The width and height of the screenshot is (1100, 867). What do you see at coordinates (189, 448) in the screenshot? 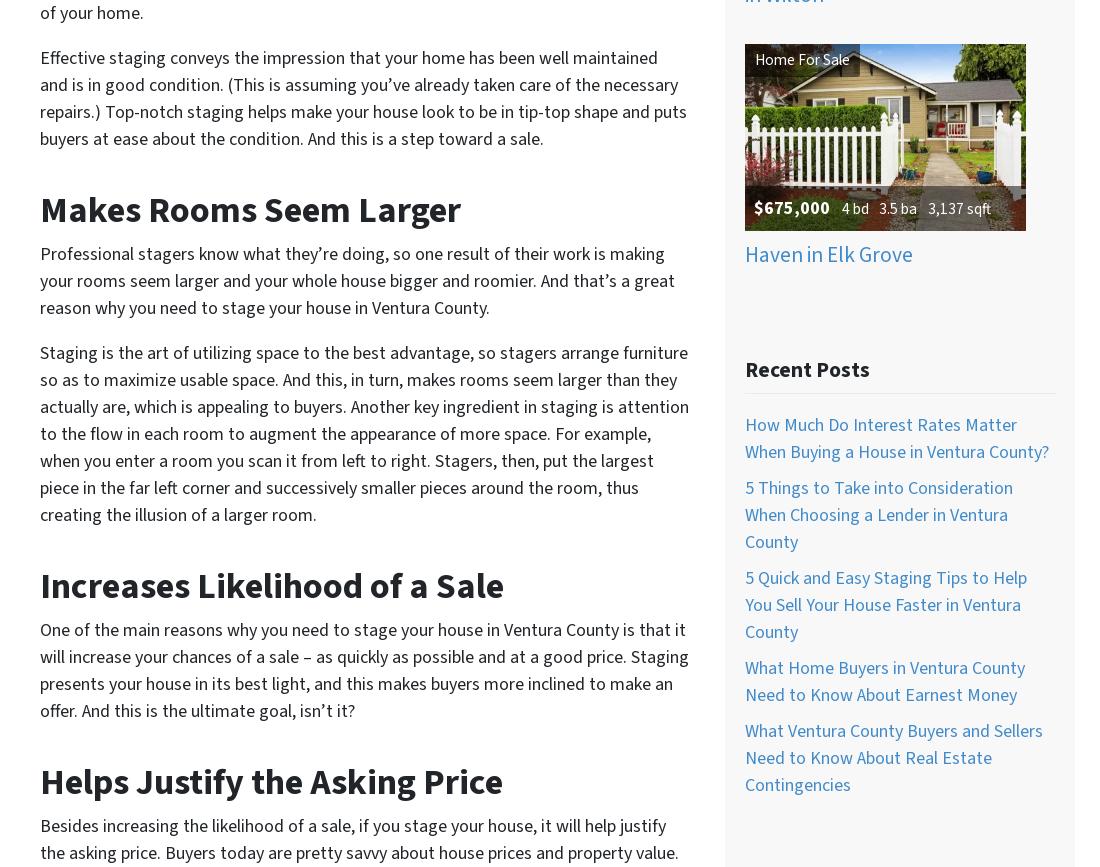
I see `'Real Estate Agents In Santa Paula, California'` at bounding box center [189, 448].